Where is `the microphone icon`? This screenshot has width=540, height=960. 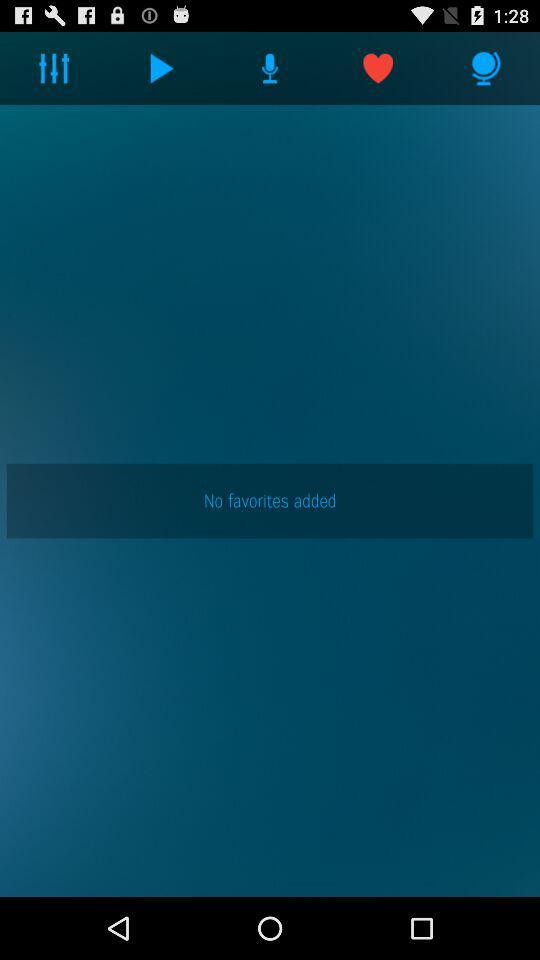
the microphone icon is located at coordinates (485, 72).